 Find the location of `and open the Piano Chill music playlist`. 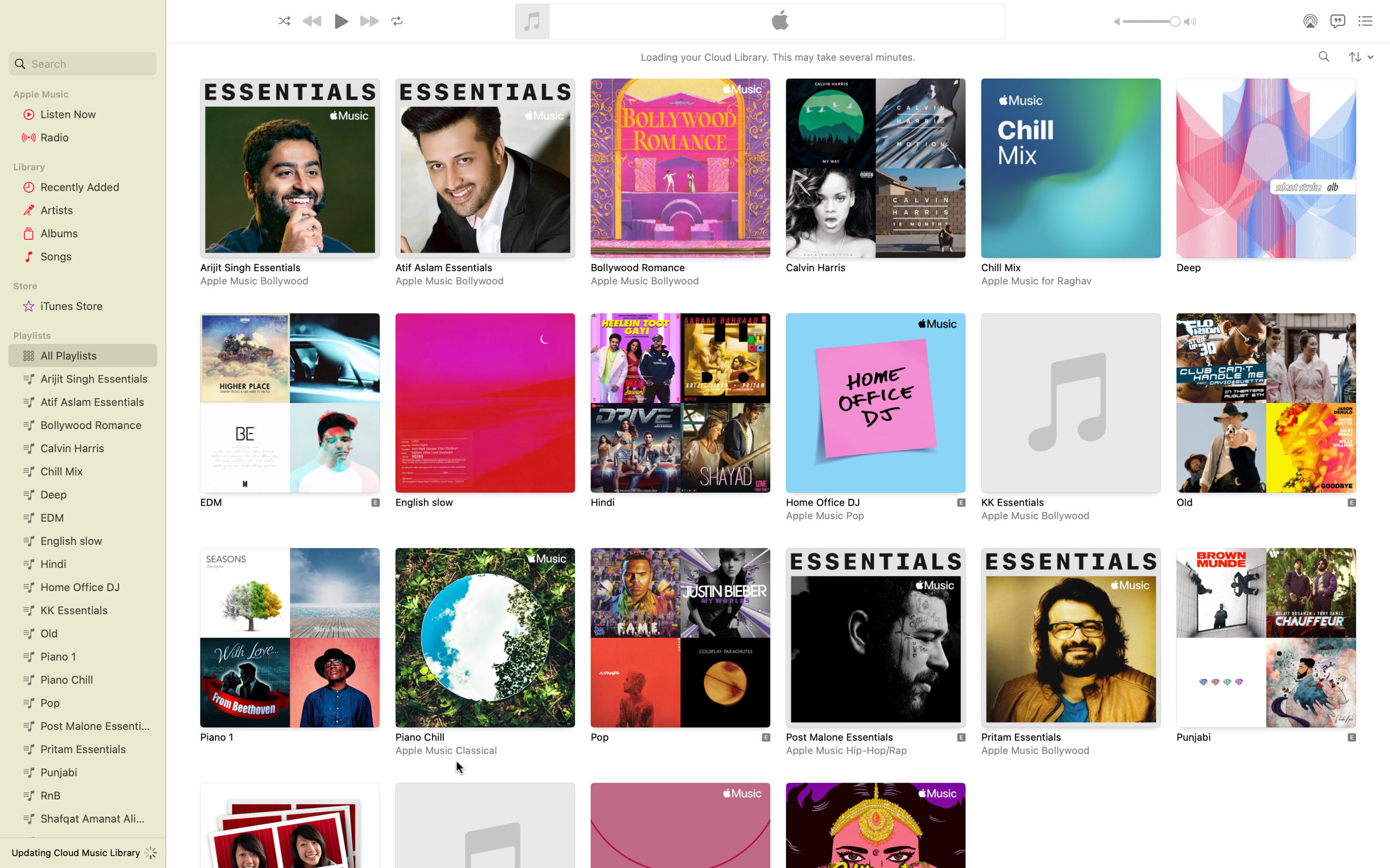

and open the Piano Chill music playlist is located at coordinates (486, 654).